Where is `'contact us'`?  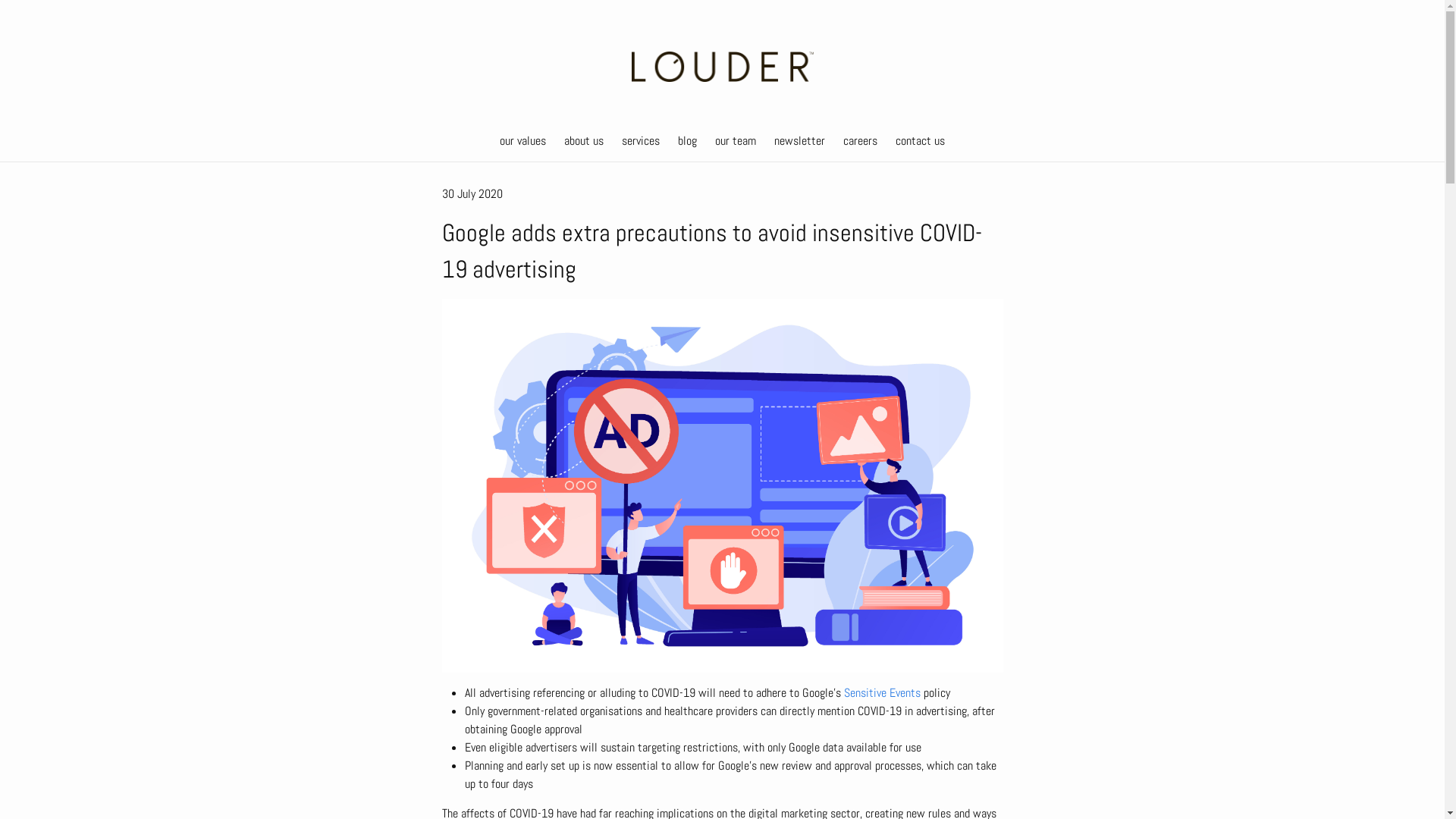 'contact us' is located at coordinates (919, 140).